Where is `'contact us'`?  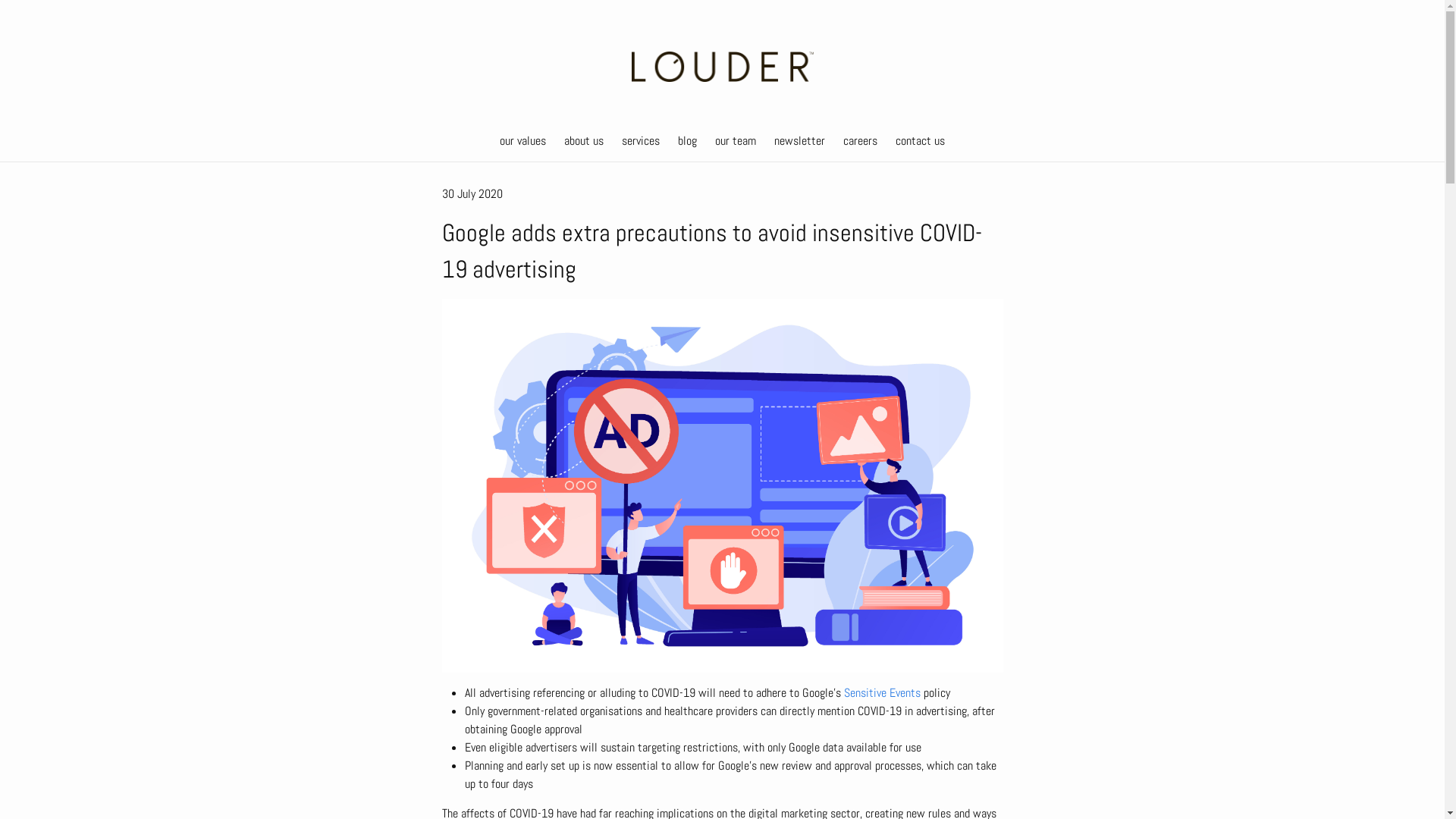 'contact us' is located at coordinates (919, 140).